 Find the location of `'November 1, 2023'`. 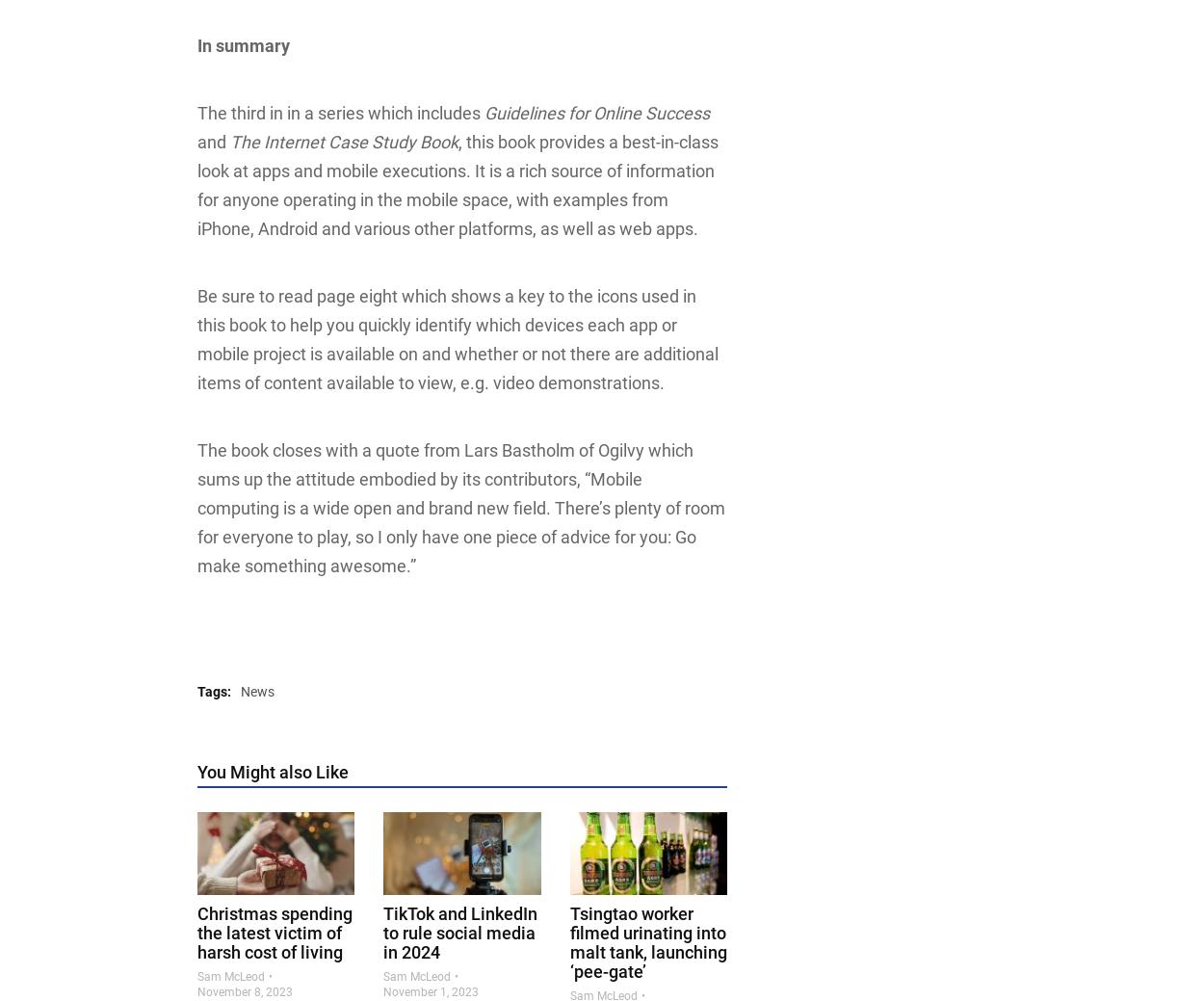

'November 1, 2023' is located at coordinates (430, 991).